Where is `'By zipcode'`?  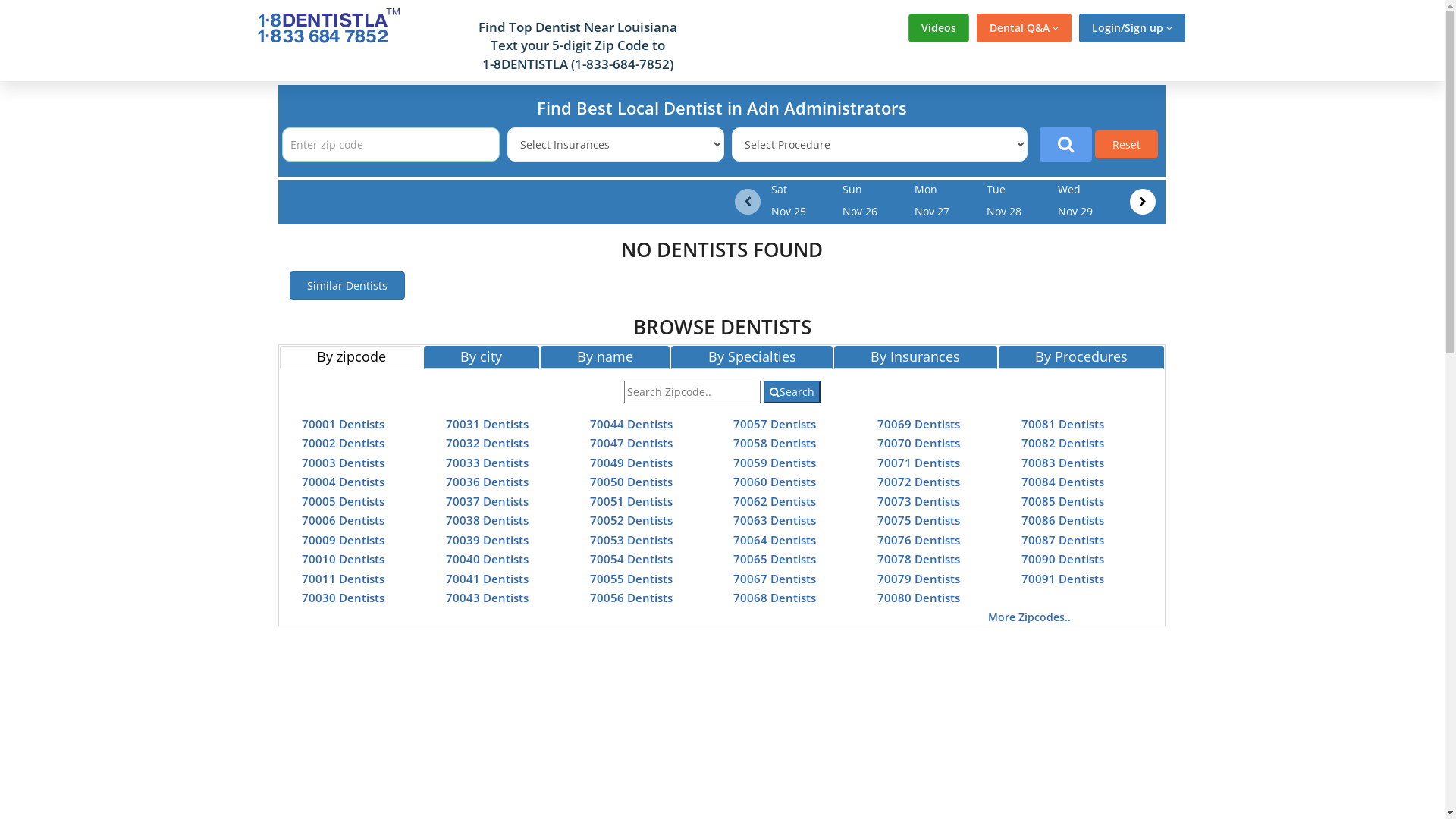
'By zipcode' is located at coordinates (350, 356).